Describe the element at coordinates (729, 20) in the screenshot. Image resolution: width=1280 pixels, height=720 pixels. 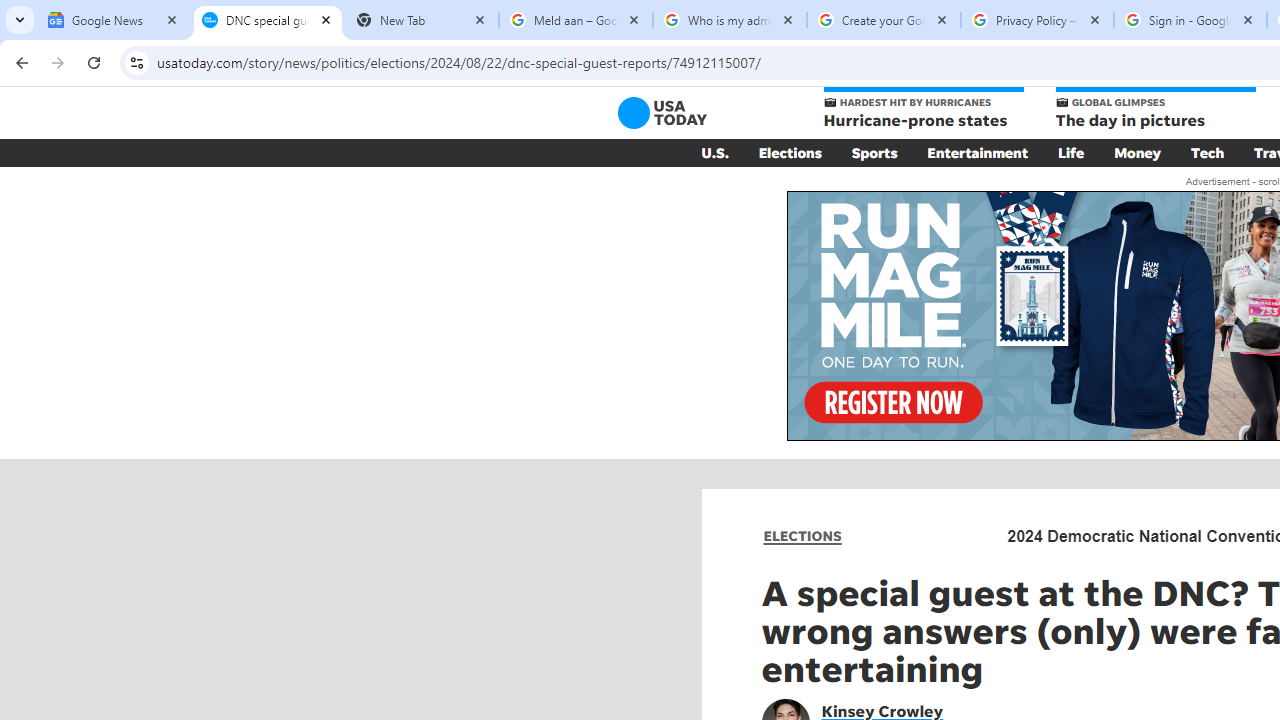
I see `'Who is my administrator? - Google Account Help'` at that location.